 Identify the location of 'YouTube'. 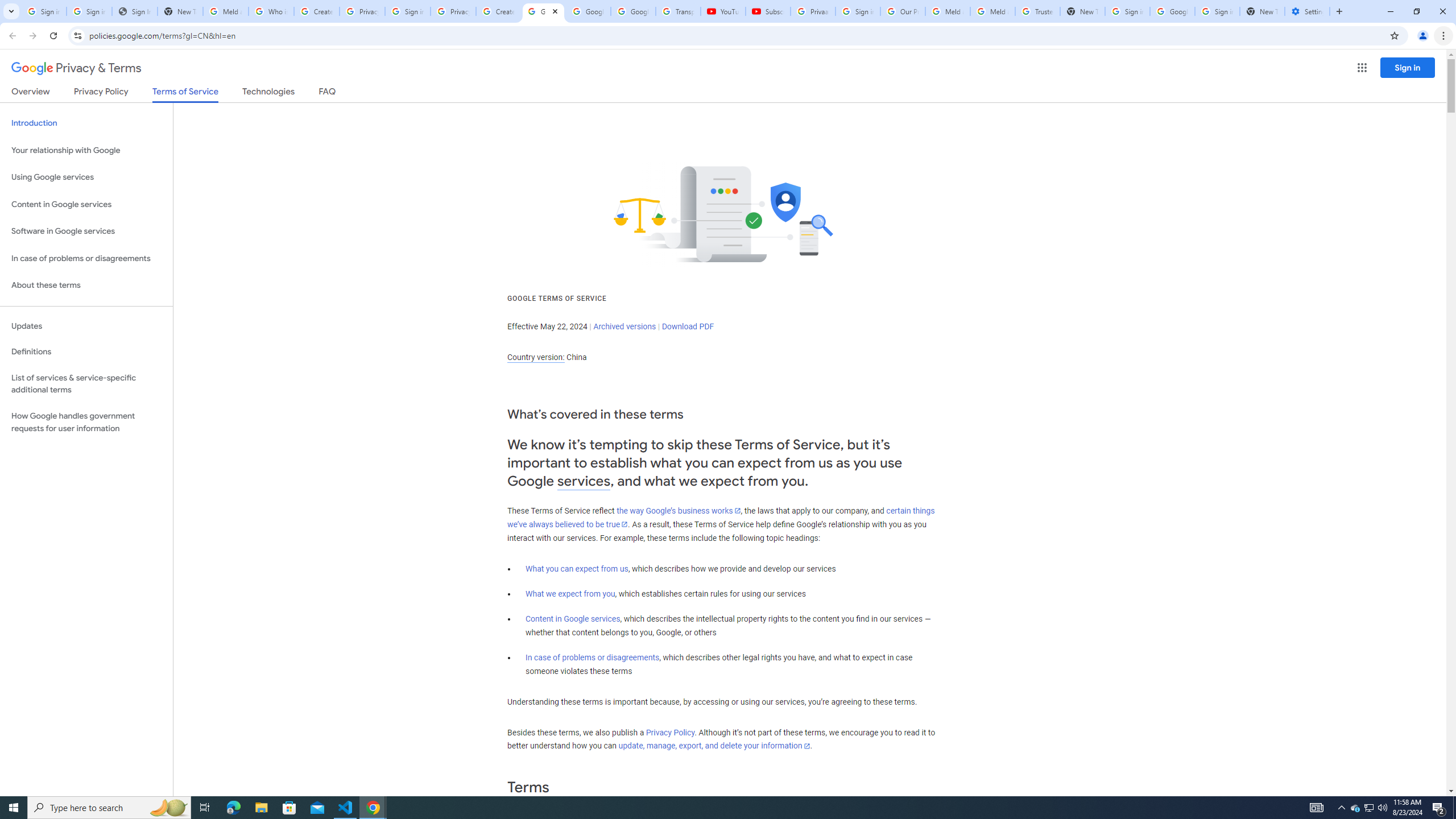
(723, 11).